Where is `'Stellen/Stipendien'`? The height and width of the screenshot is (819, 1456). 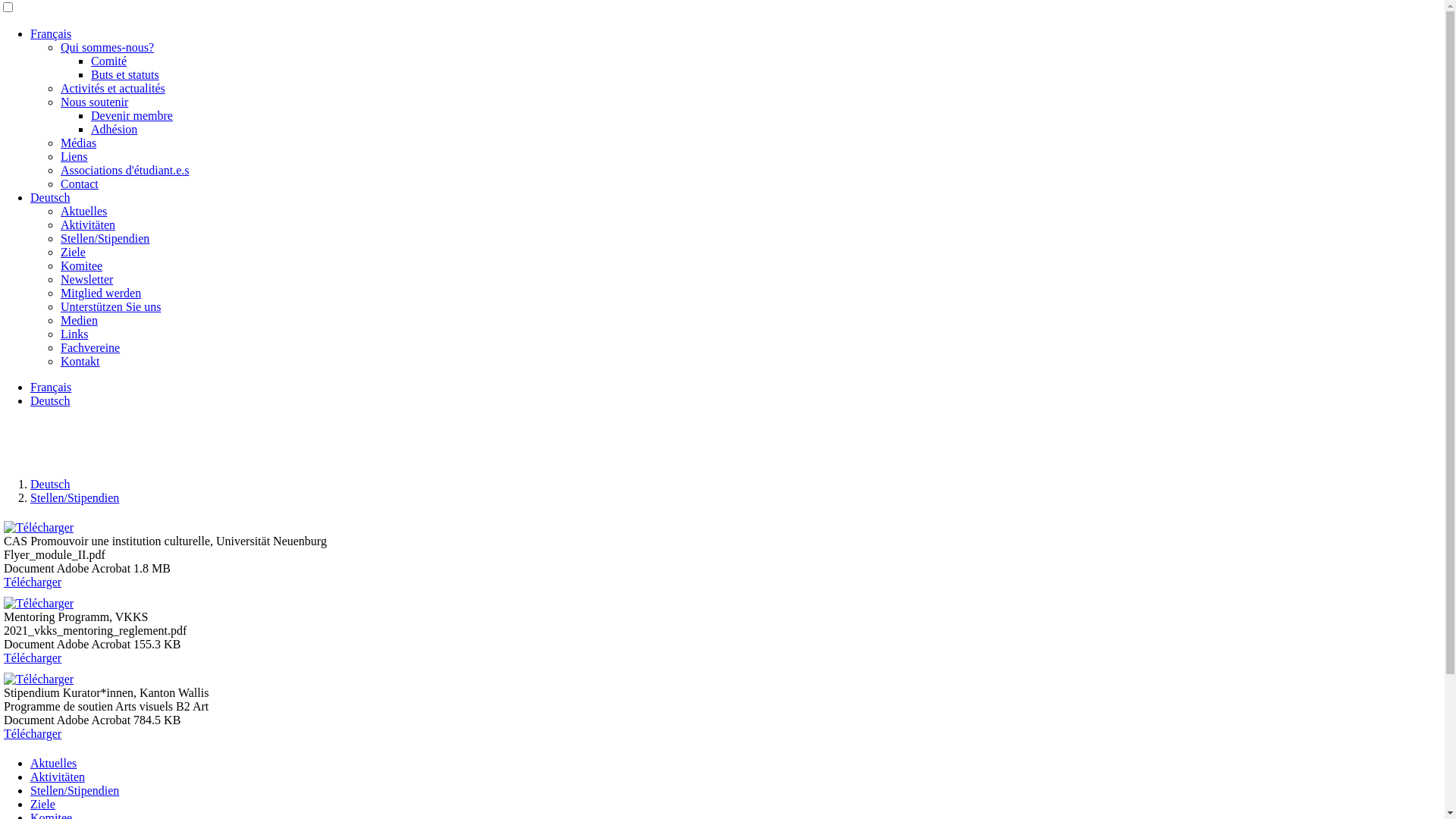
'Stellen/Stipendien' is located at coordinates (74, 789).